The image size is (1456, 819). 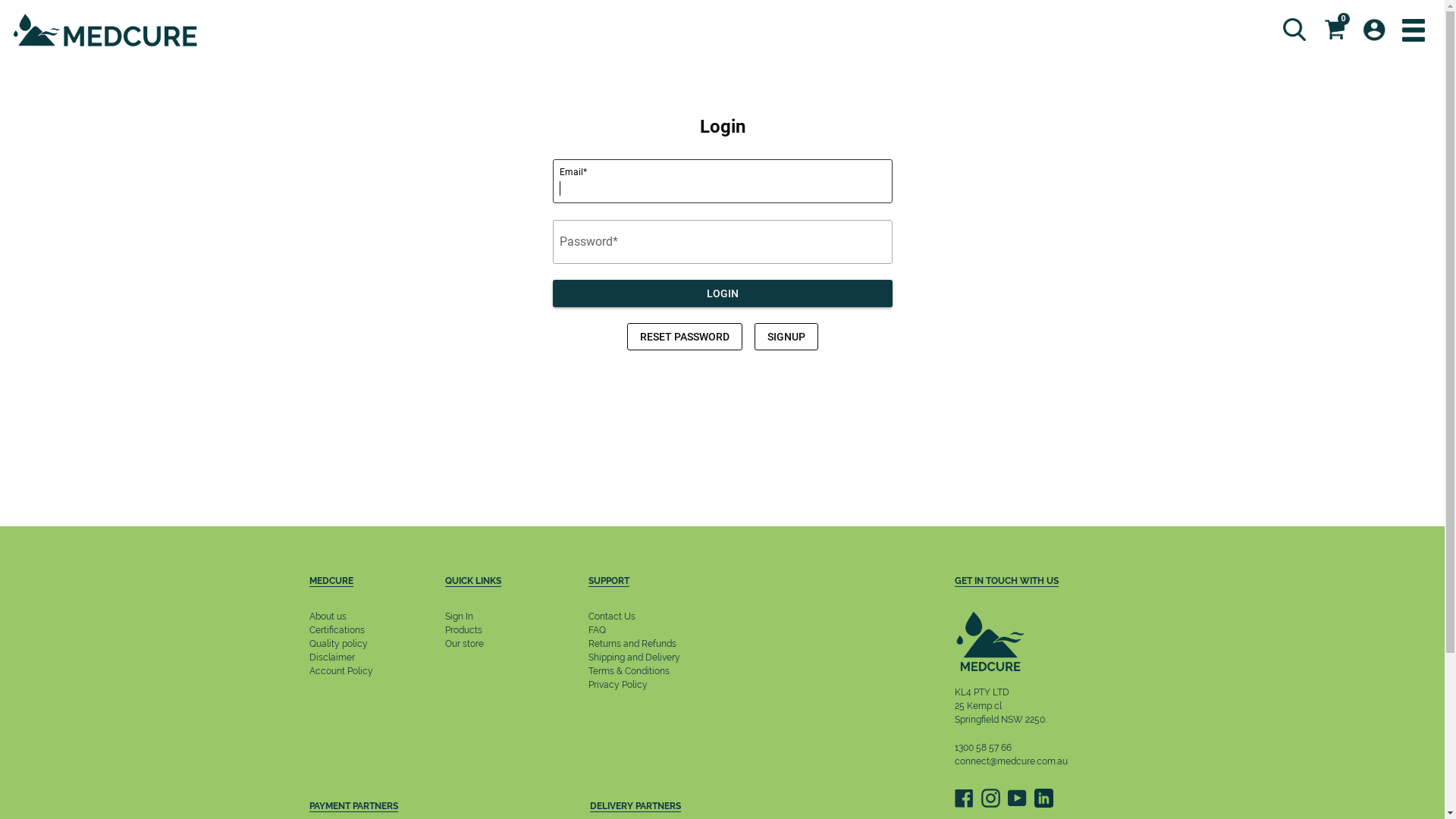 I want to click on 'Products', so click(x=463, y=629).